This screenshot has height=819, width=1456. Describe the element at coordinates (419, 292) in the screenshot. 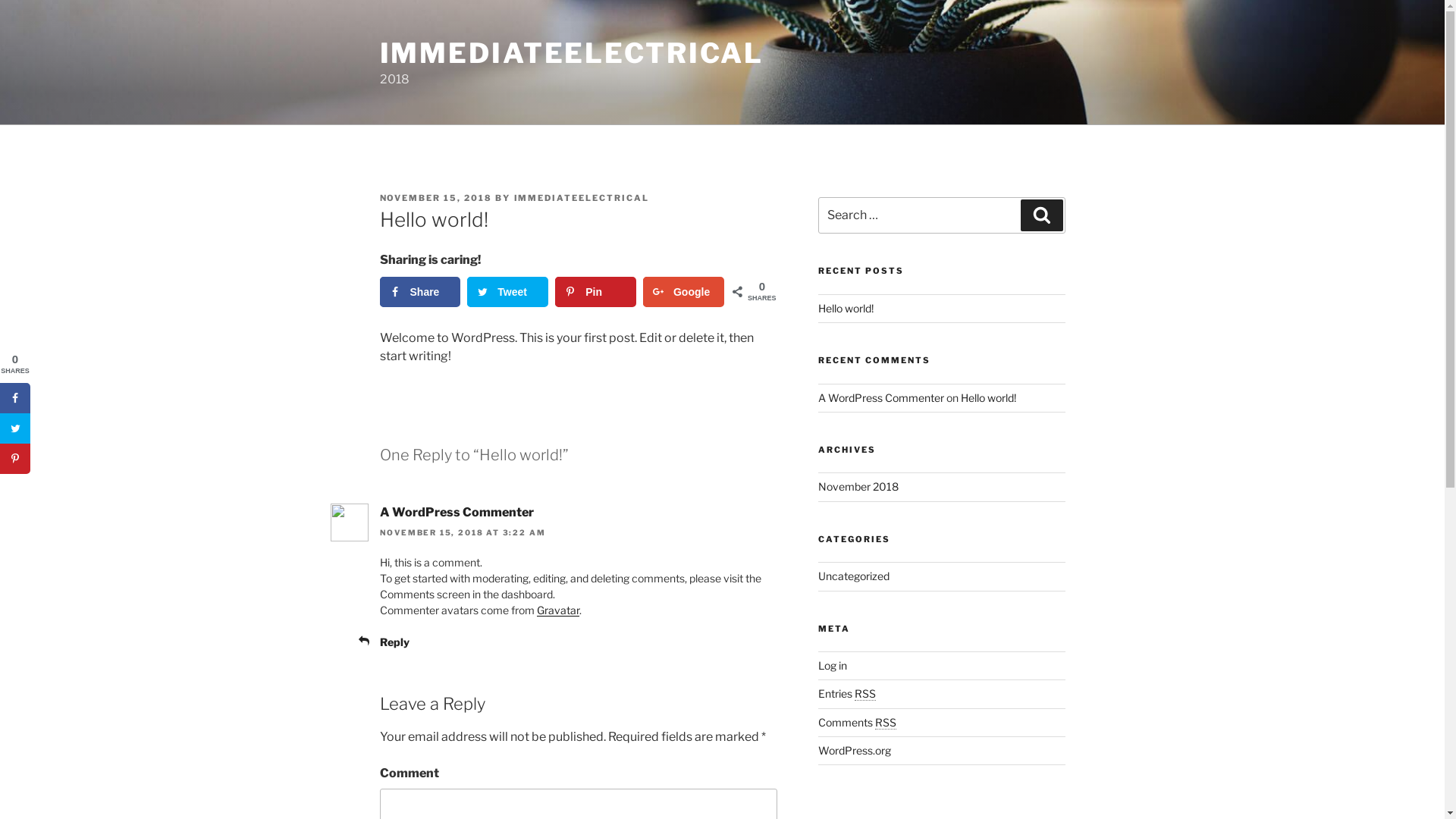

I see `'Share'` at that location.